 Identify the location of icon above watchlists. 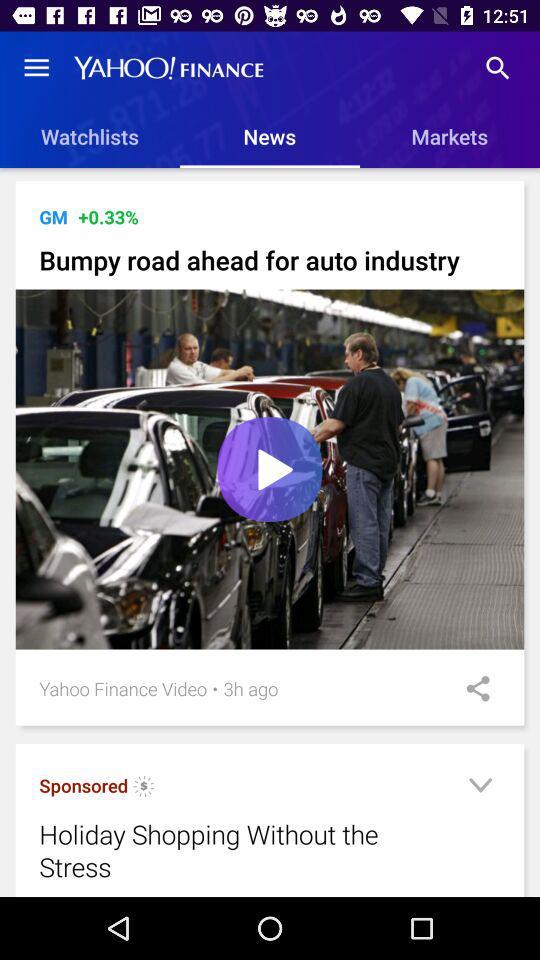
(36, 68).